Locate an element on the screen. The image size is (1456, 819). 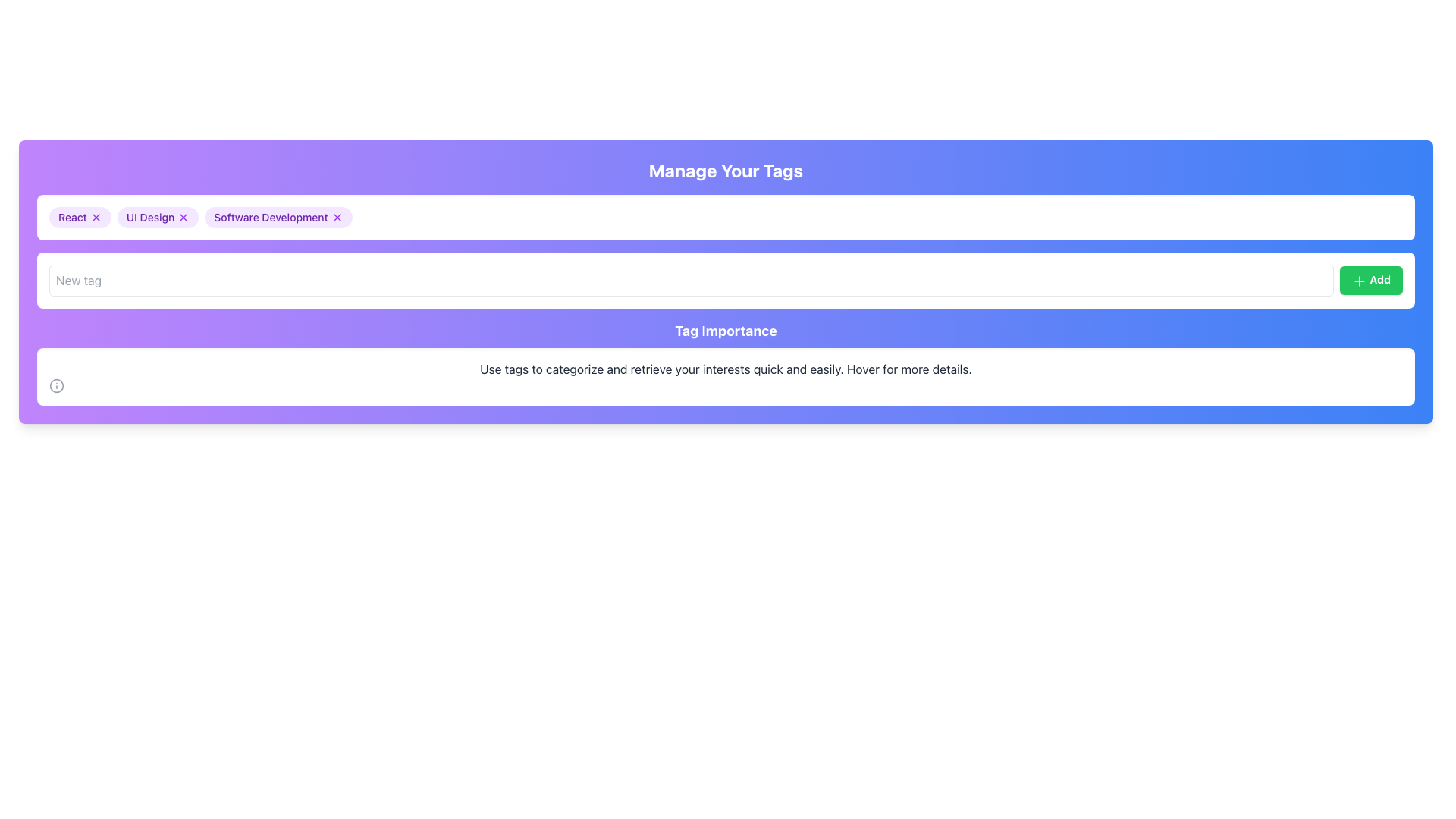
the 'Add' button located at the far-right of the 'New tag' input field is located at coordinates (1371, 281).